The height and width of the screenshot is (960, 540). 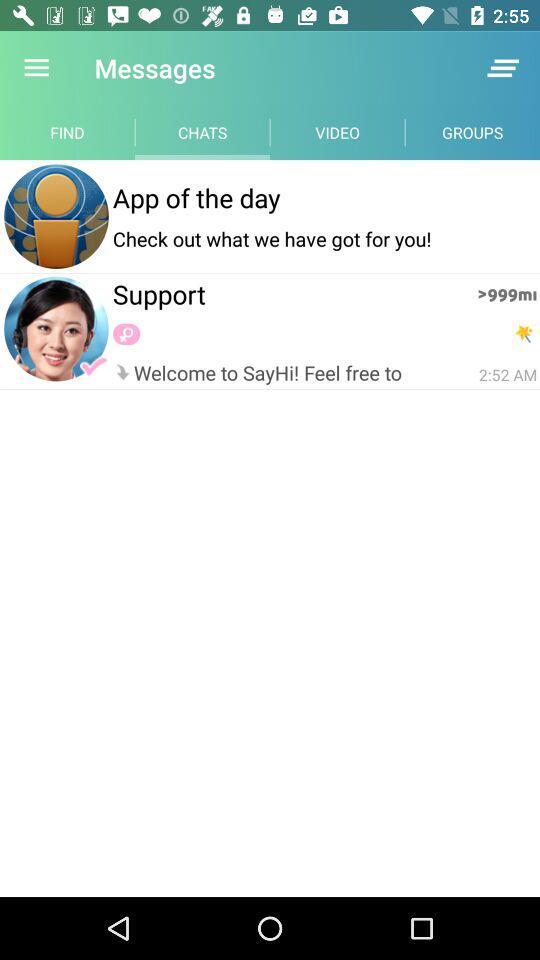 I want to click on chats, so click(x=202, y=131).